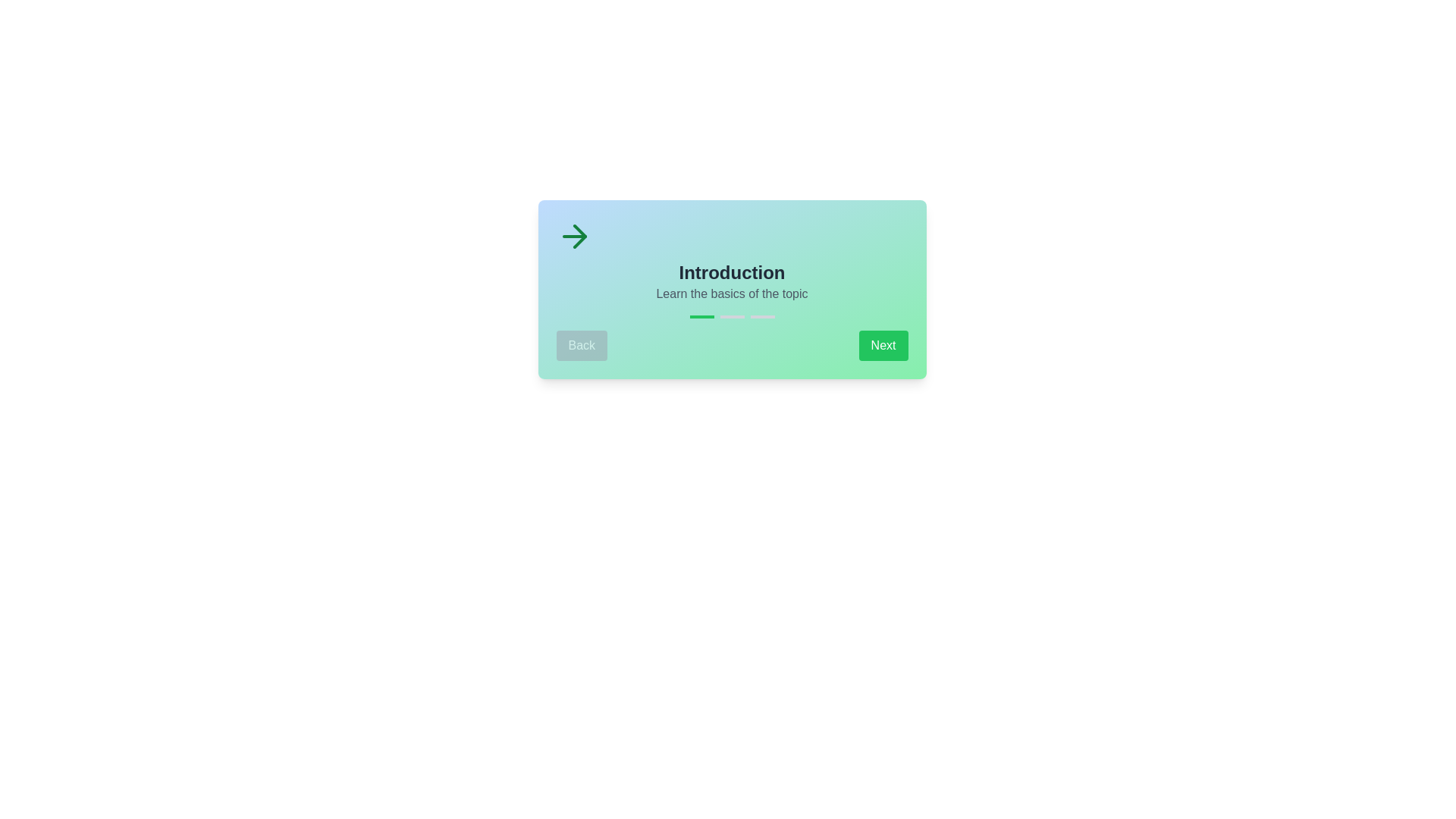 The height and width of the screenshot is (819, 1456). I want to click on the 'Next' button to navigate to the next step, so click(883, 345).